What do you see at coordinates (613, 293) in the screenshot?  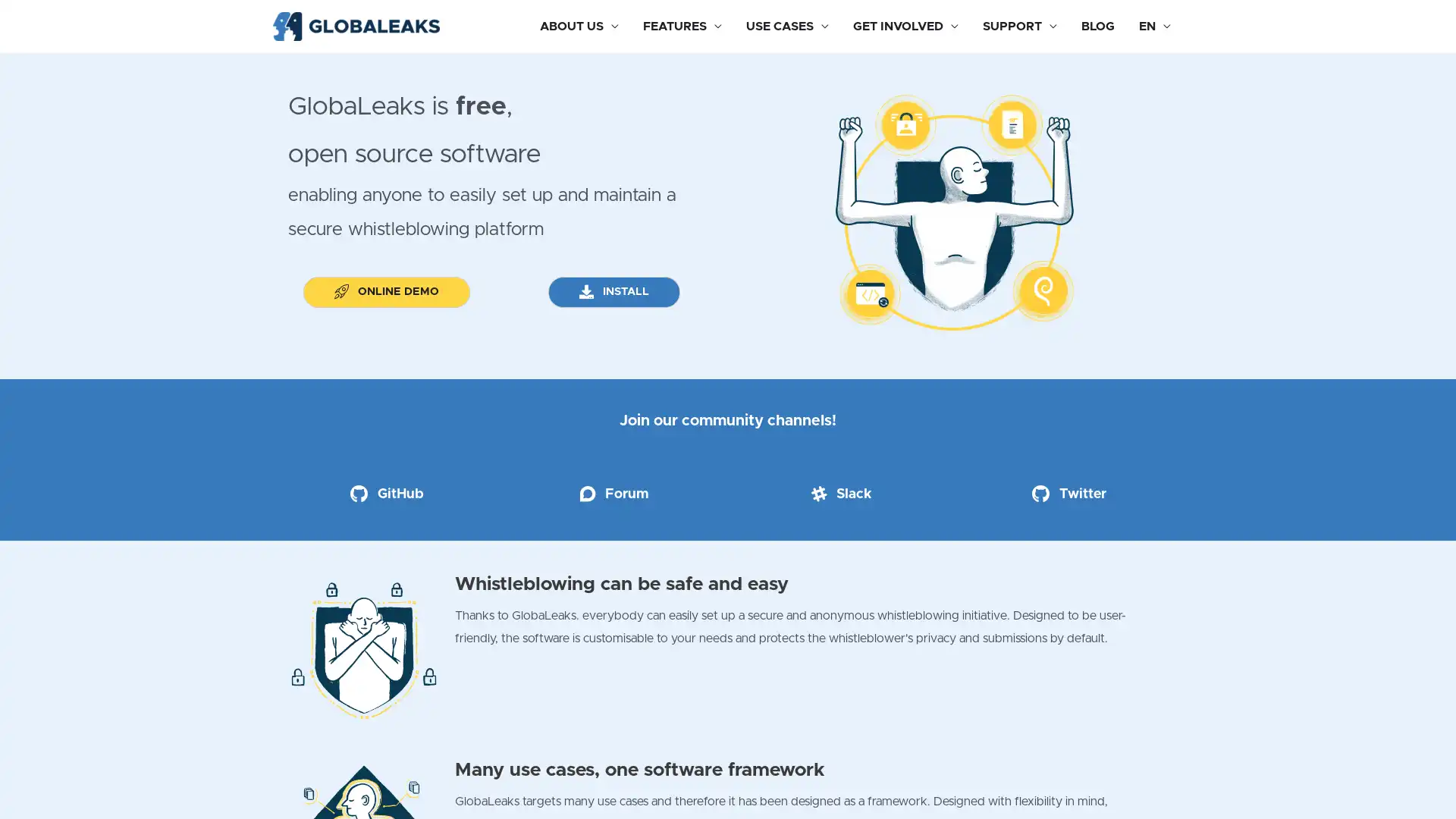 I see `INSTALL` at bounding box center [613, 293].